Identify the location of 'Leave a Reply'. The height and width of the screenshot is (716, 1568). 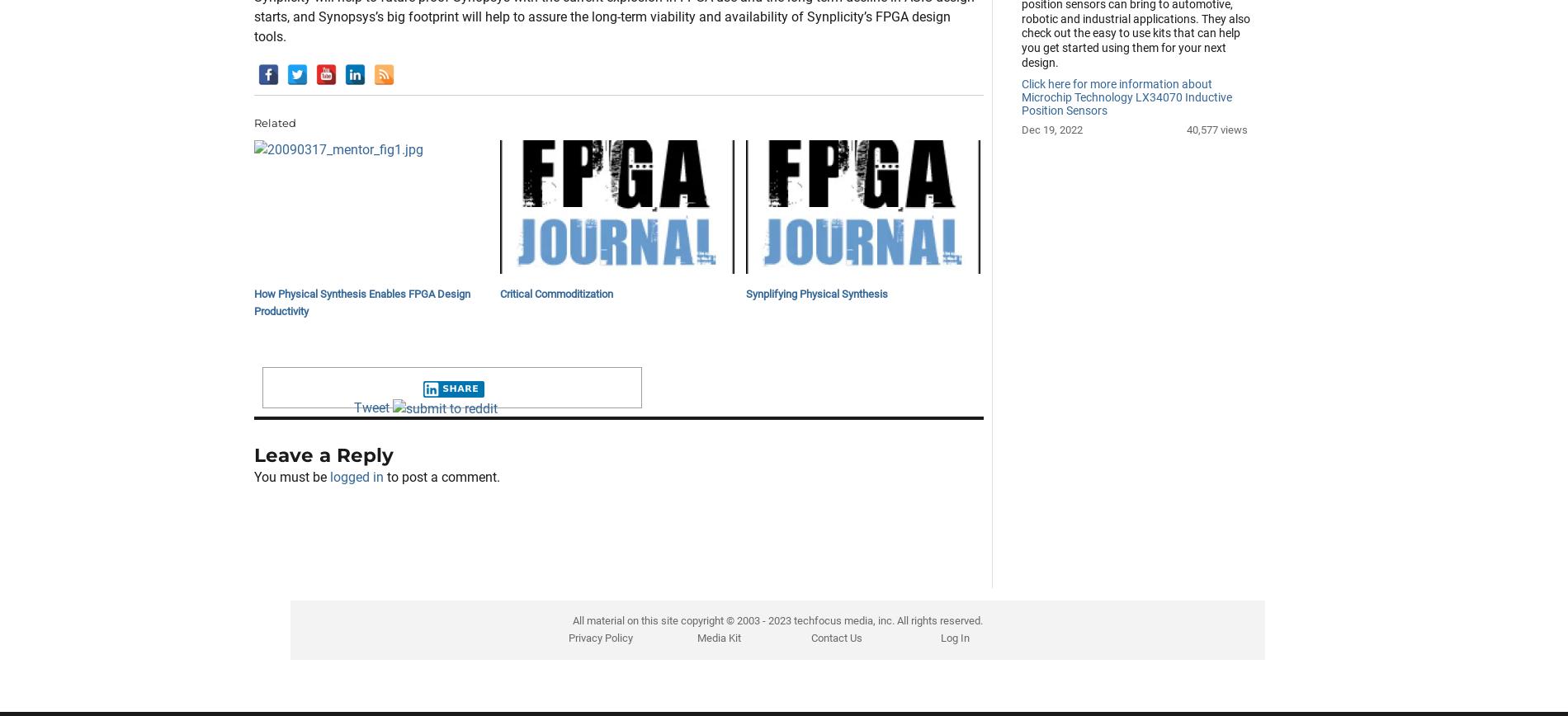
(253, 538).